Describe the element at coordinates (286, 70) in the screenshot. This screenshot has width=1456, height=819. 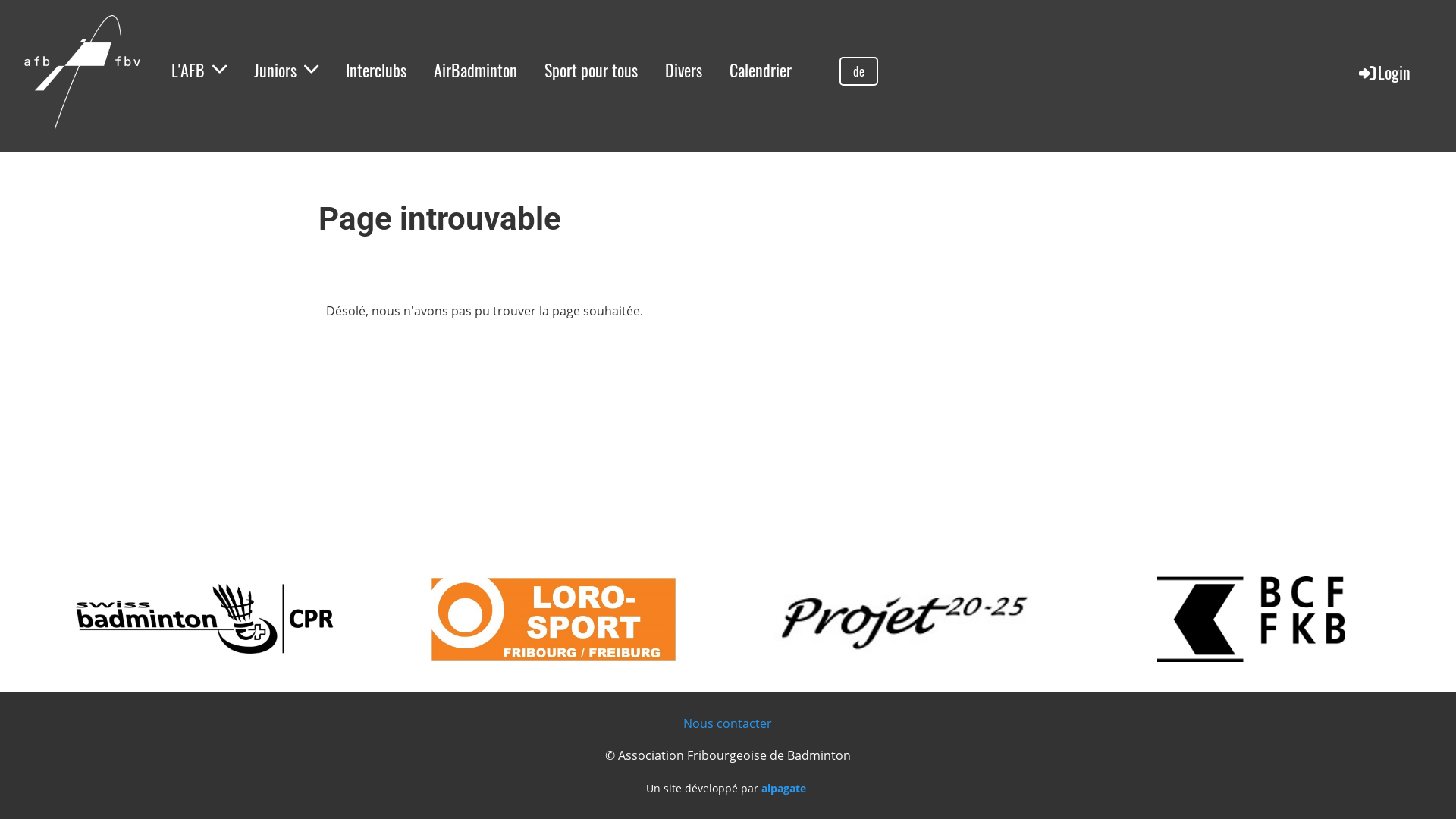
I see `'Juniors'` at that location.